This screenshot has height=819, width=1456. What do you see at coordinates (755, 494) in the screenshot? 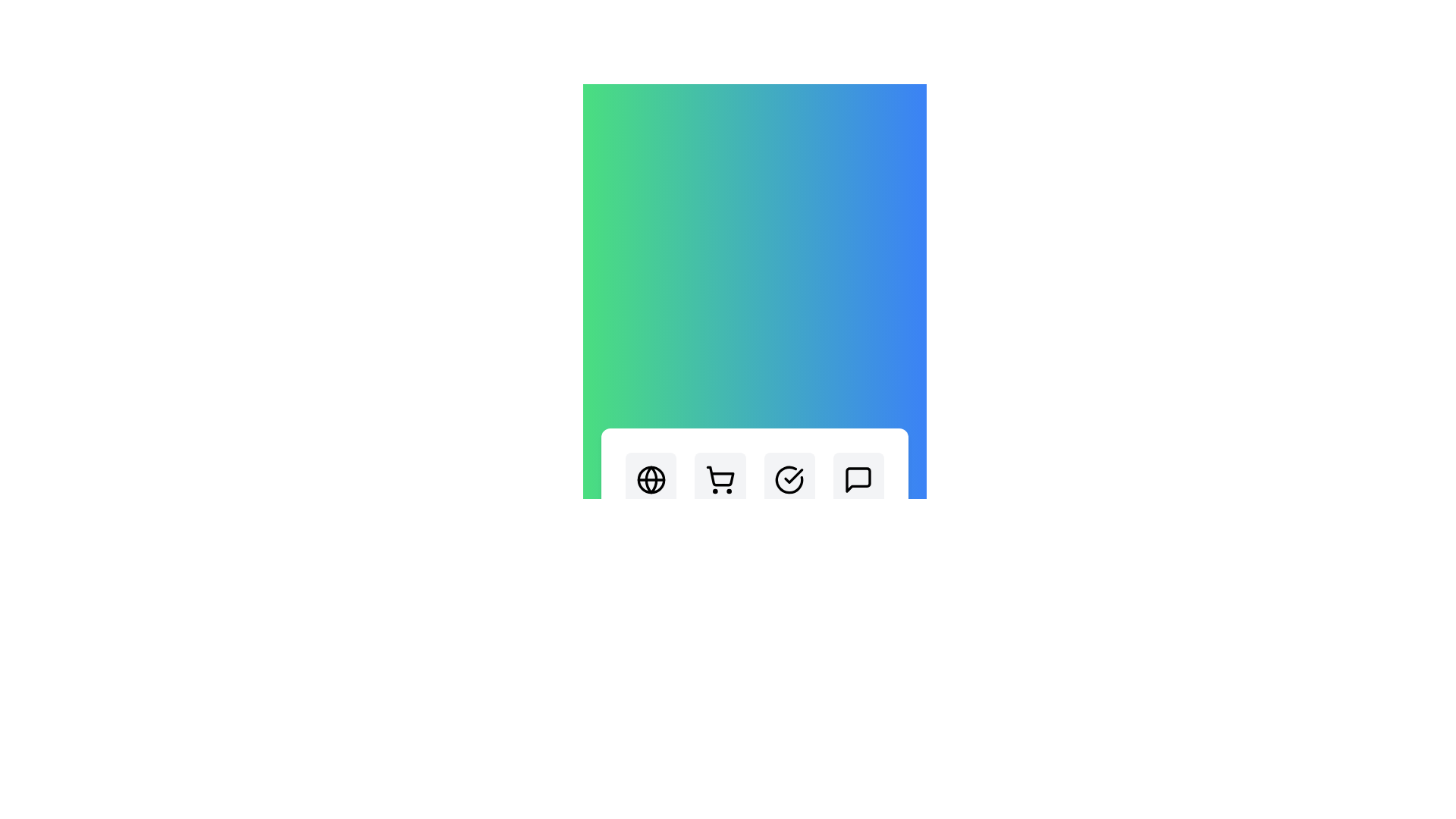
I see `the Grid of buttons at the center point, which provides quick access` at bounding box center [755, 494].